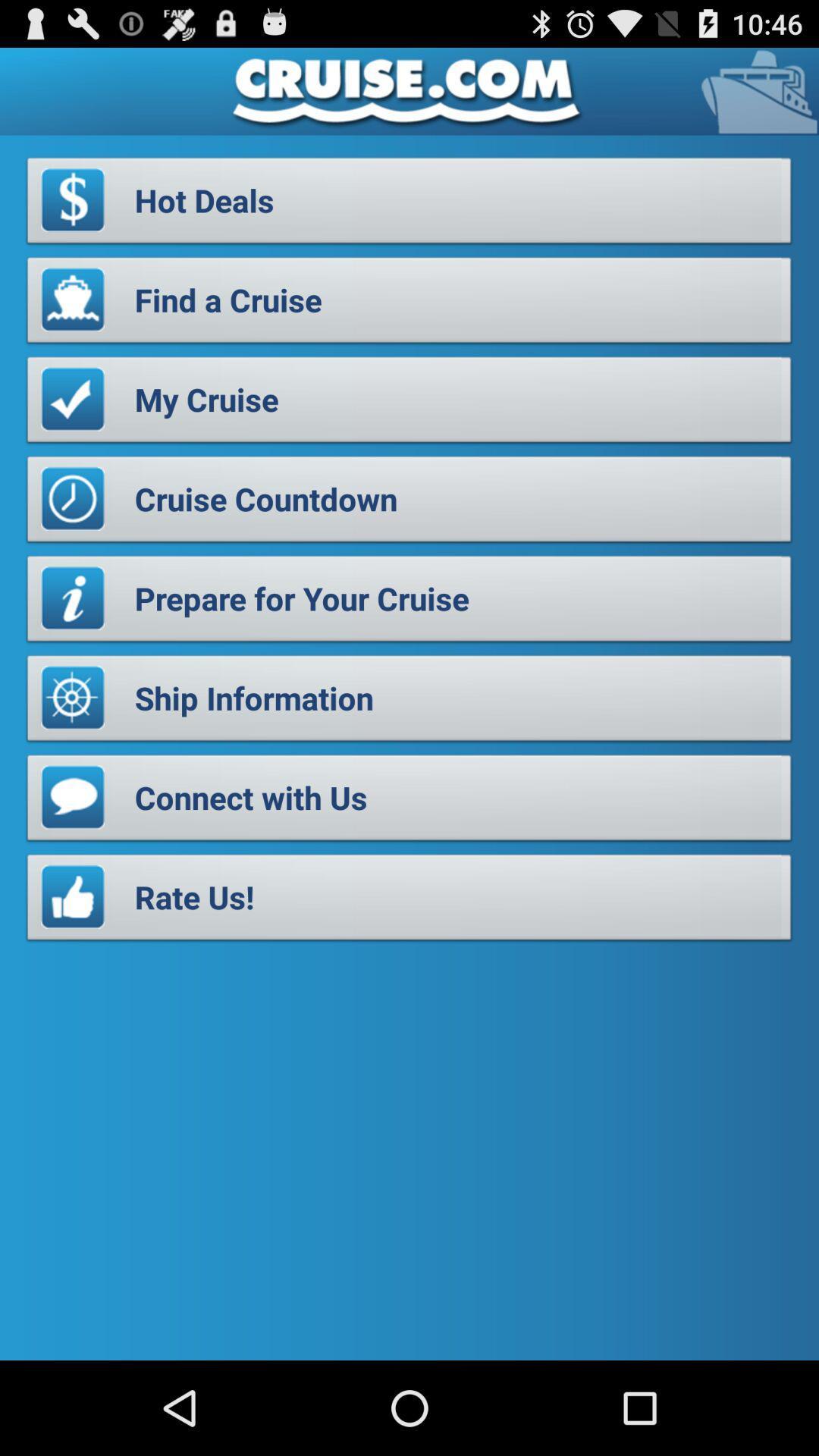 The height and width of the screenshot is (1456, 819). What do you see at coordinates (409, 701) in the screenshot?
I see `the button above the connect with us button` at bounding box center [409, 701].